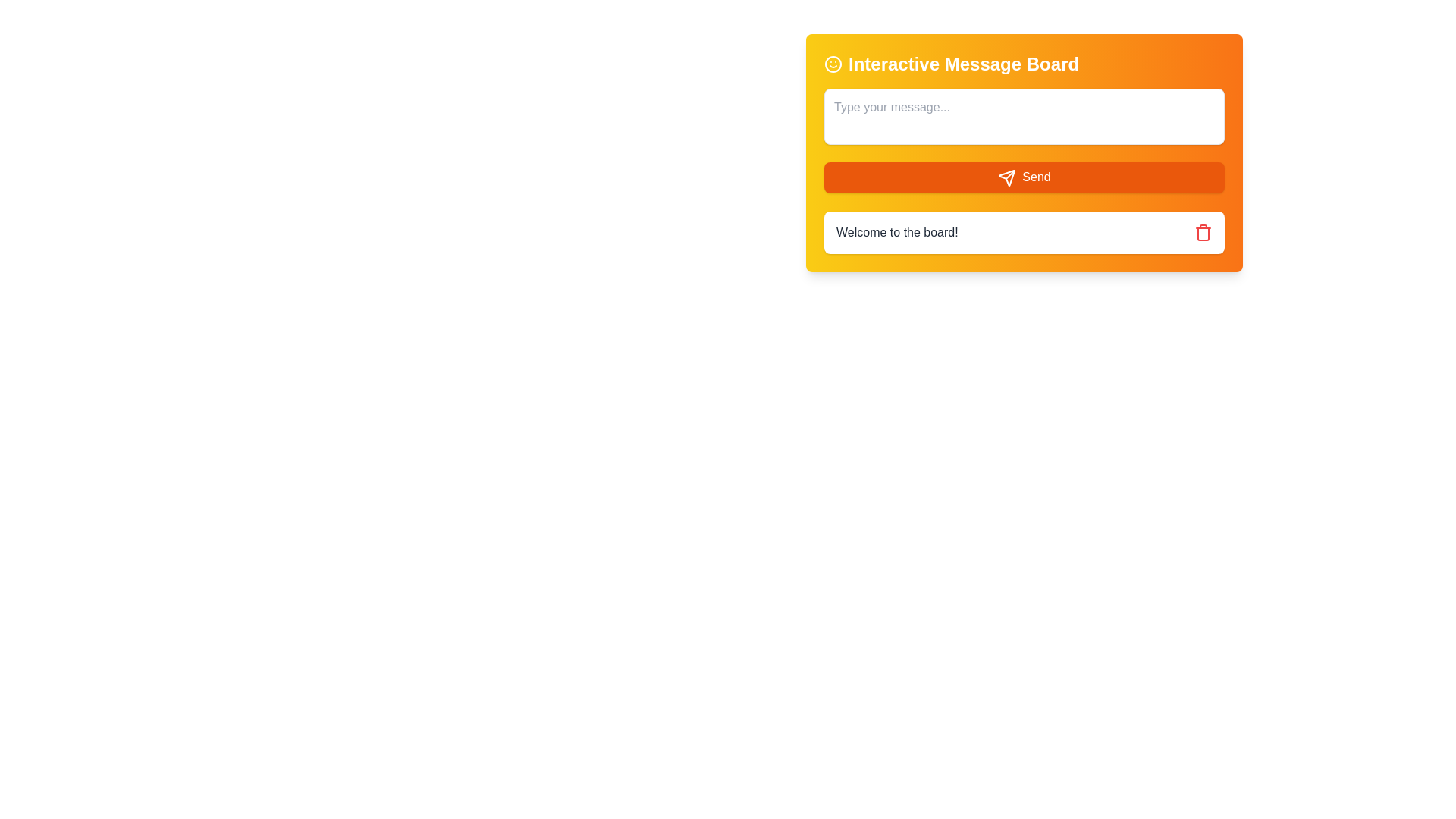  I want to click on the delete icon button located in the lower-right corner of the white background containing the text 'Welcome to the board!', so click(1203, 231).